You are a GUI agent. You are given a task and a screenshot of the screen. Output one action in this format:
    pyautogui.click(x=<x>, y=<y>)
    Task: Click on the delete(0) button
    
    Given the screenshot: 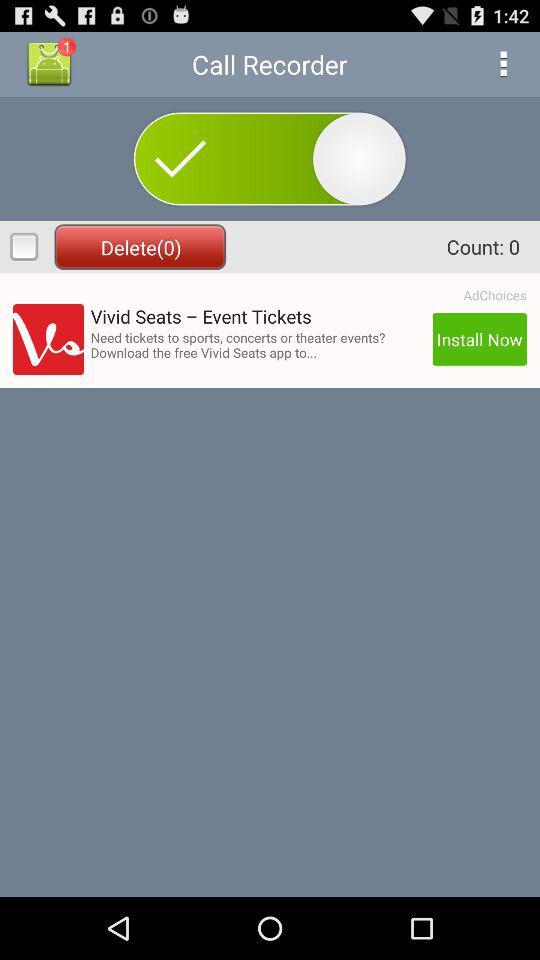 What is the action you would take?
    pyautogui.click(x=139, y=246)
    